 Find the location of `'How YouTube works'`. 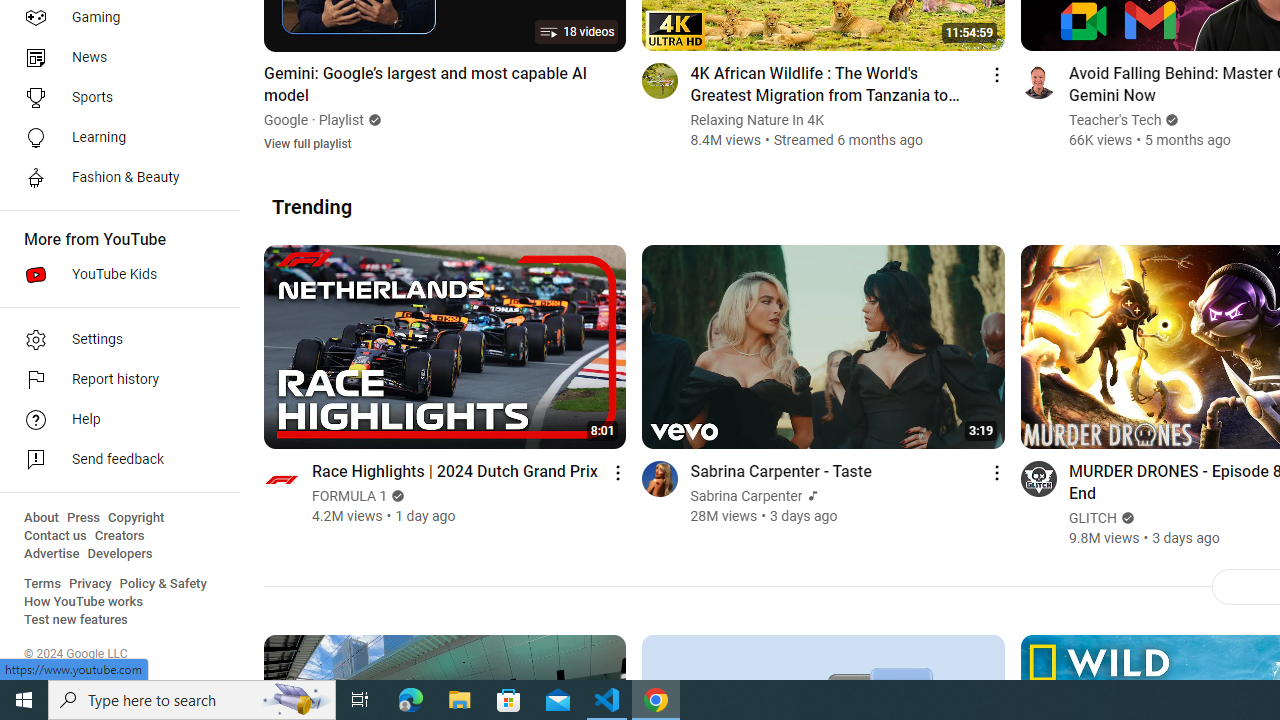

'How YouTube works' is located at coordinates (82, 601).